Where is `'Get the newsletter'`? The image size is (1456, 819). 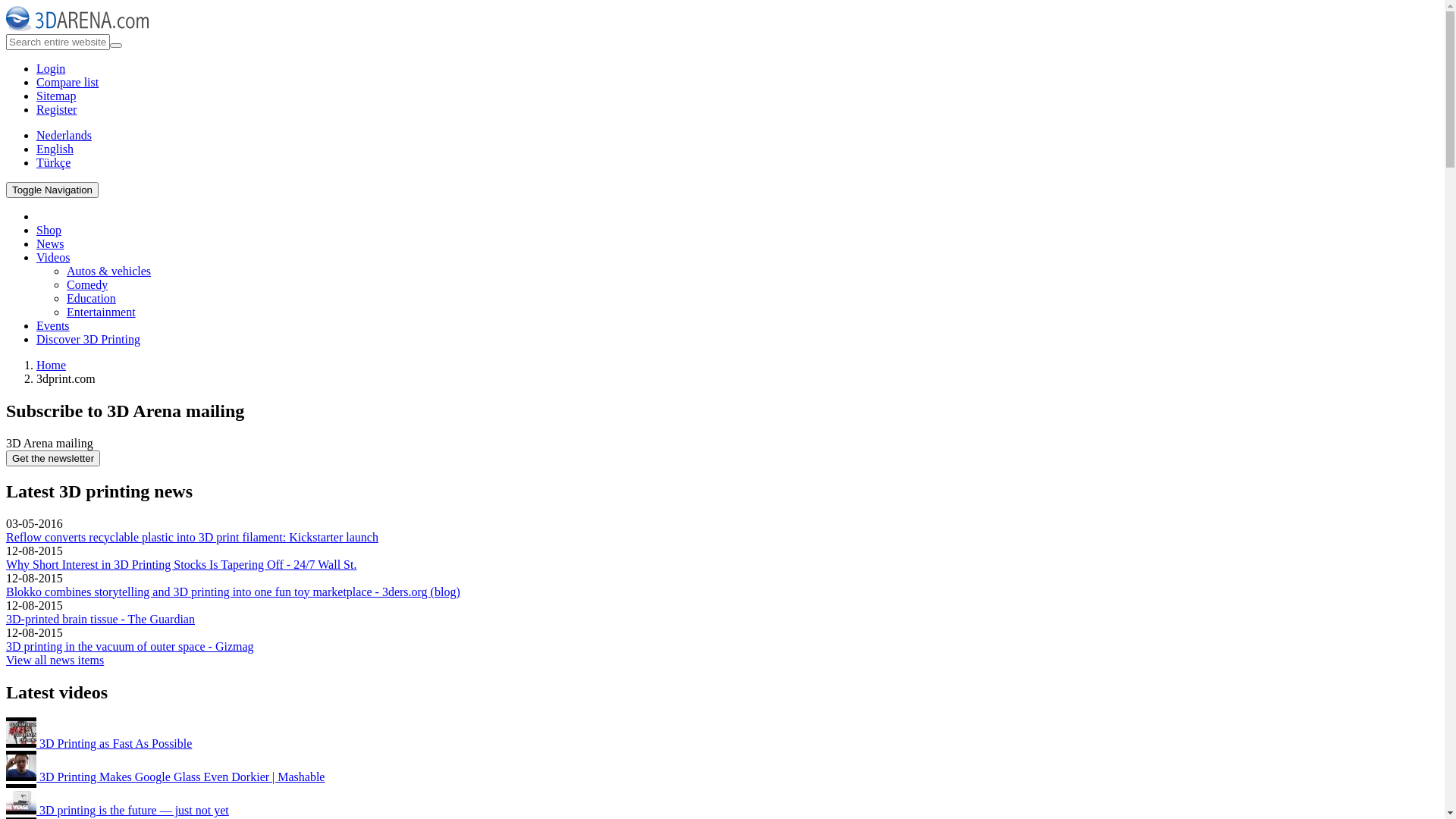
'Get the newsletter' is located at coordinates (53, 457).